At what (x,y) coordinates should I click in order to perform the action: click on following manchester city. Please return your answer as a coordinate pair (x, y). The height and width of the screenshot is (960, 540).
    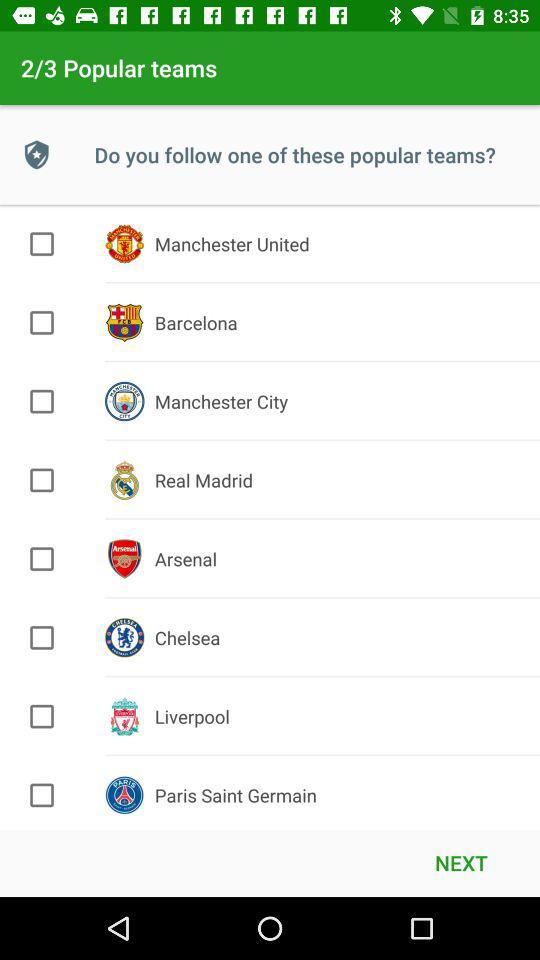
    Looking at the image, I should click on (42, 400).